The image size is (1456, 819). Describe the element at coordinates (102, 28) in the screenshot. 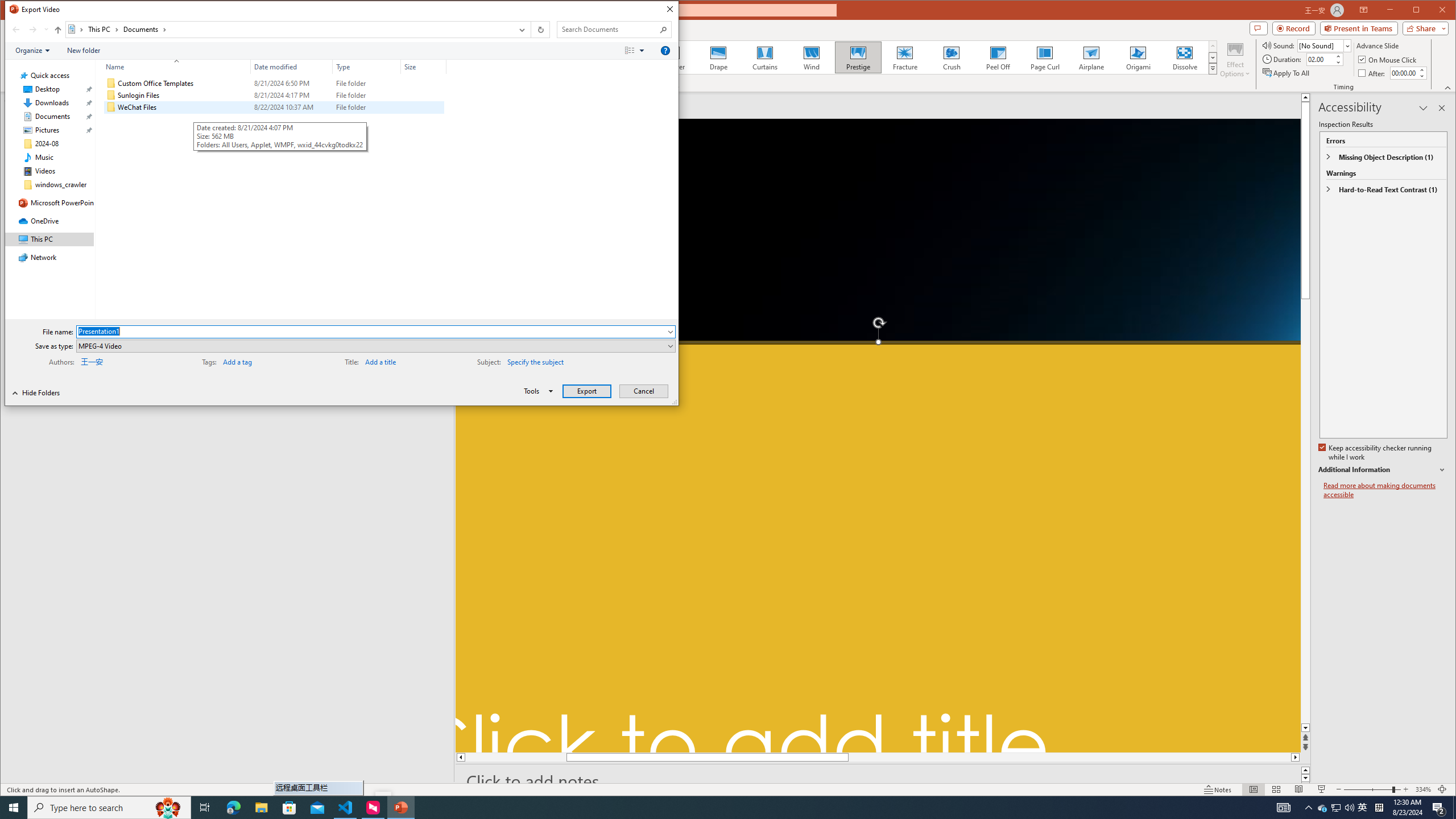

I see `'This PC'` at that location.